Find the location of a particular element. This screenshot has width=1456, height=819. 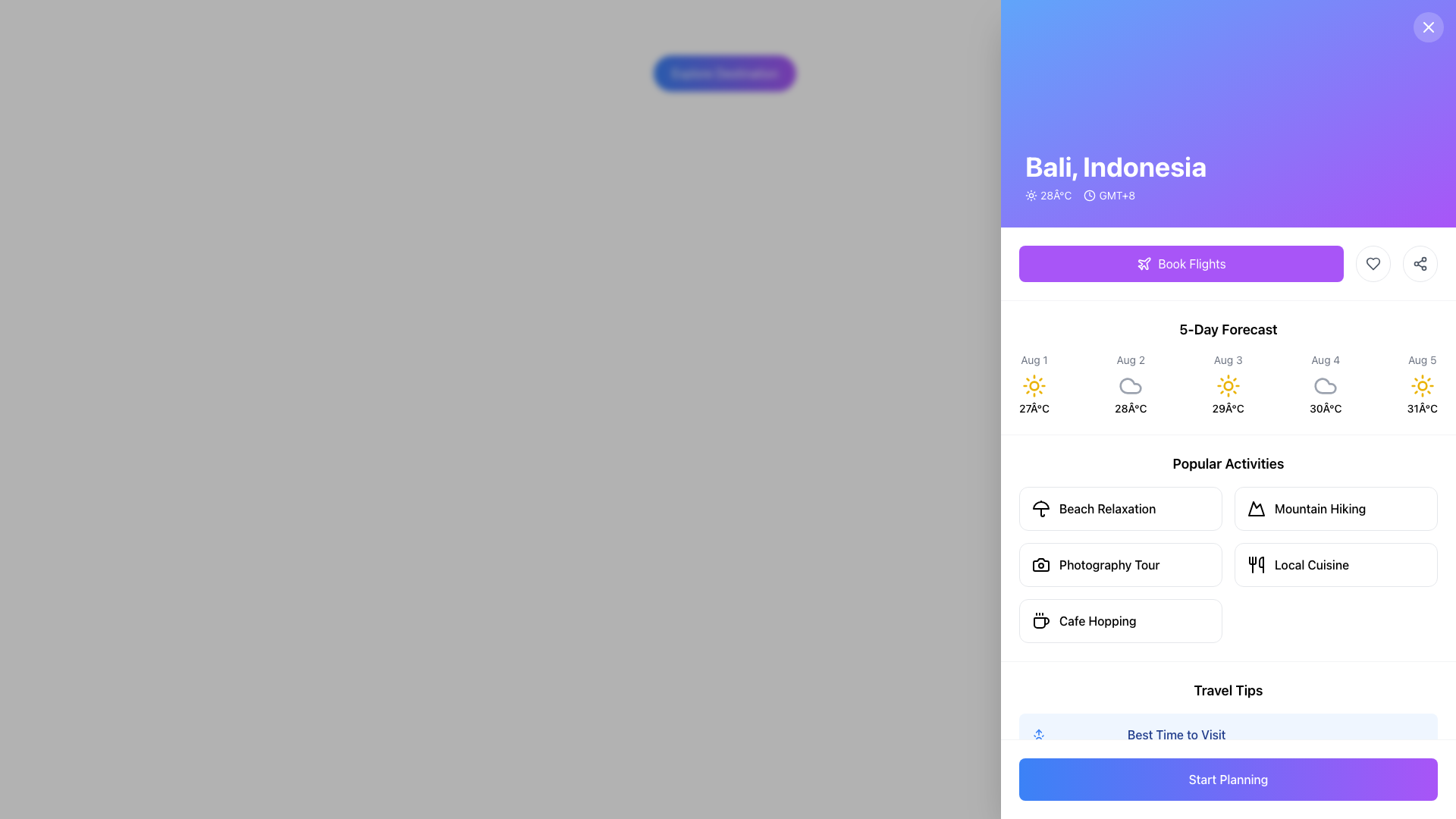

the text label displaying the temperature '28°C' in the bottom section of the weather information for August 2nd is located at coordinates (1131, 408).